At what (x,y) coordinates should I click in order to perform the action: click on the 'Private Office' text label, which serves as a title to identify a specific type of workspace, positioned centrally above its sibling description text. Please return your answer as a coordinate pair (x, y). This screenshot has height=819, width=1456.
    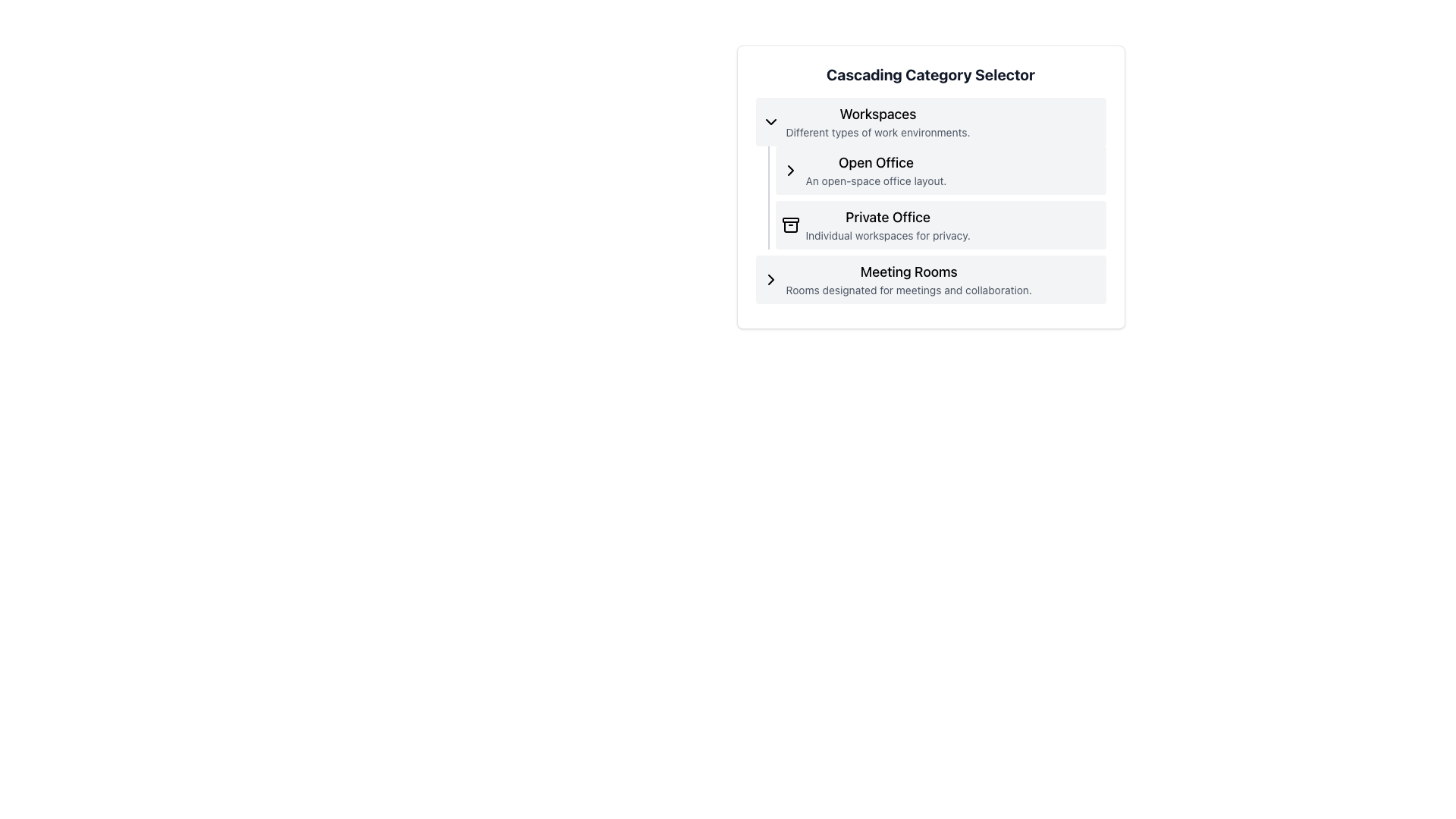
    Looking at the image, I should click on (888, 216).